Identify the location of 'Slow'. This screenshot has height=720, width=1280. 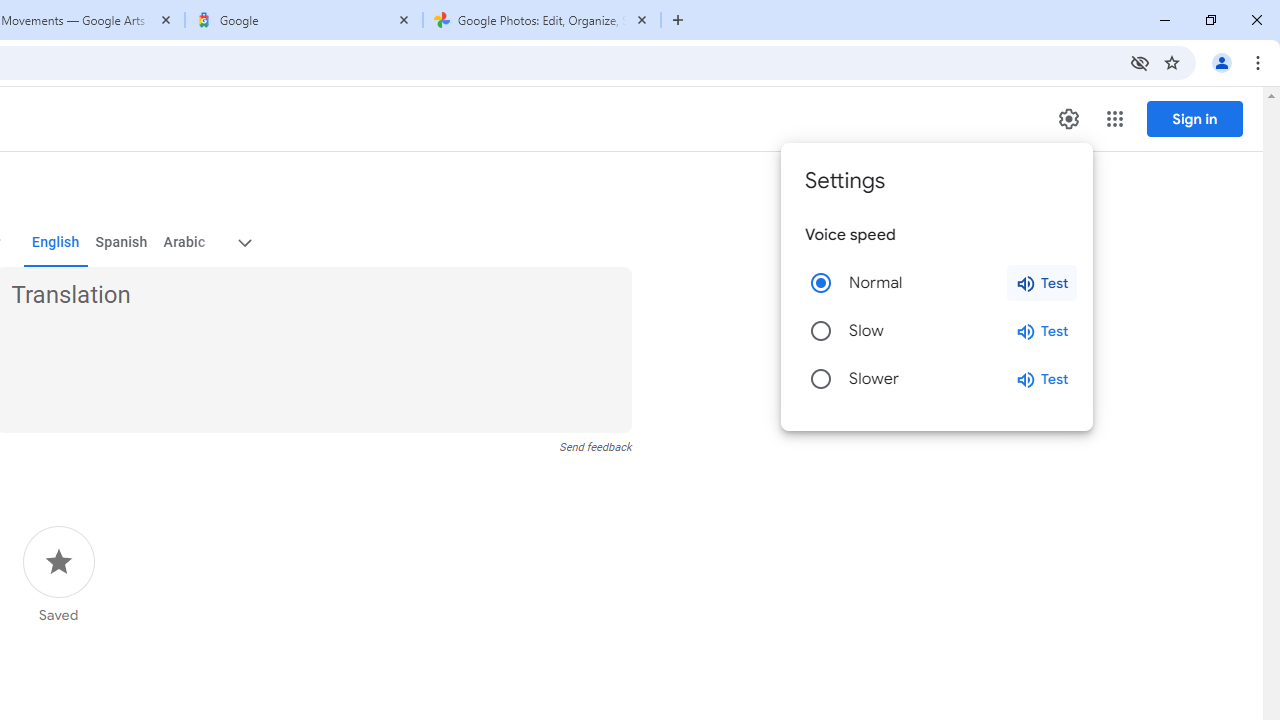
(821, 329).